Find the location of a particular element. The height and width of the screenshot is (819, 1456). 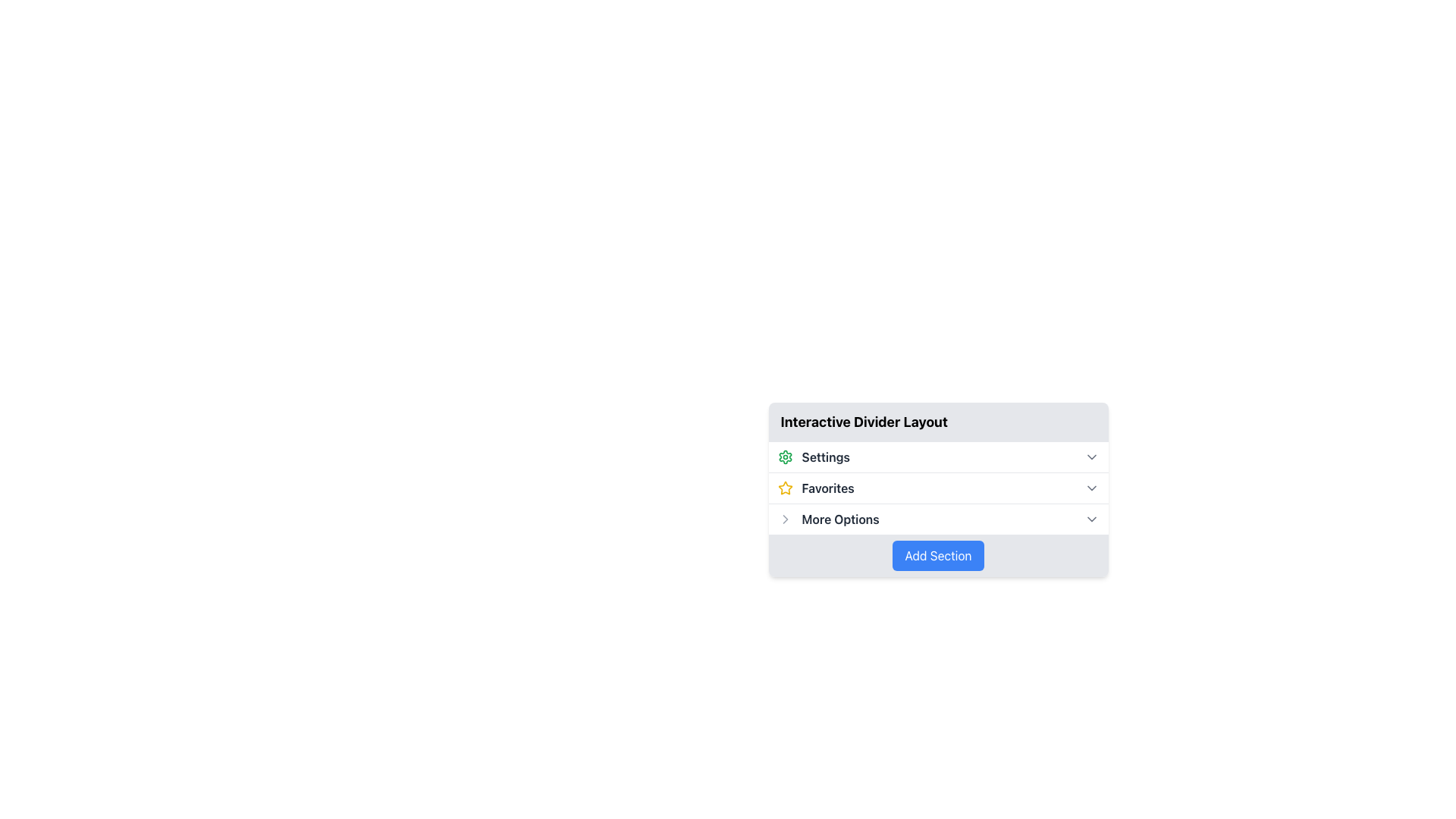

the 'More Options' text label, which is styled in medium font weight and dark gray color, located in the third row of the menu within the 'Interactive Divider Layout' is located at coordinates (839, 519).